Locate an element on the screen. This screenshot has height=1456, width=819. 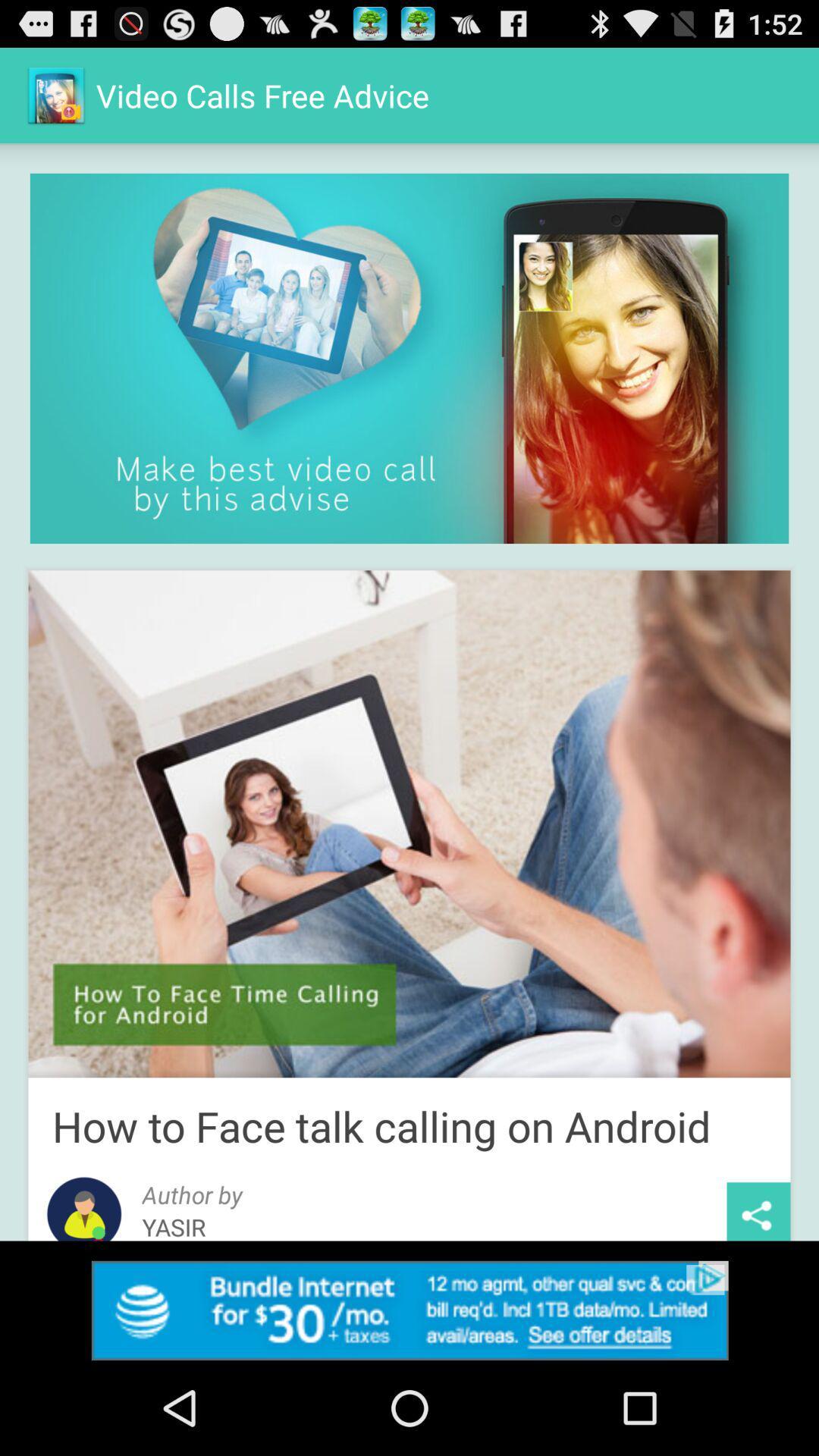
link to advertisement is located at coordinates (409, 1310).